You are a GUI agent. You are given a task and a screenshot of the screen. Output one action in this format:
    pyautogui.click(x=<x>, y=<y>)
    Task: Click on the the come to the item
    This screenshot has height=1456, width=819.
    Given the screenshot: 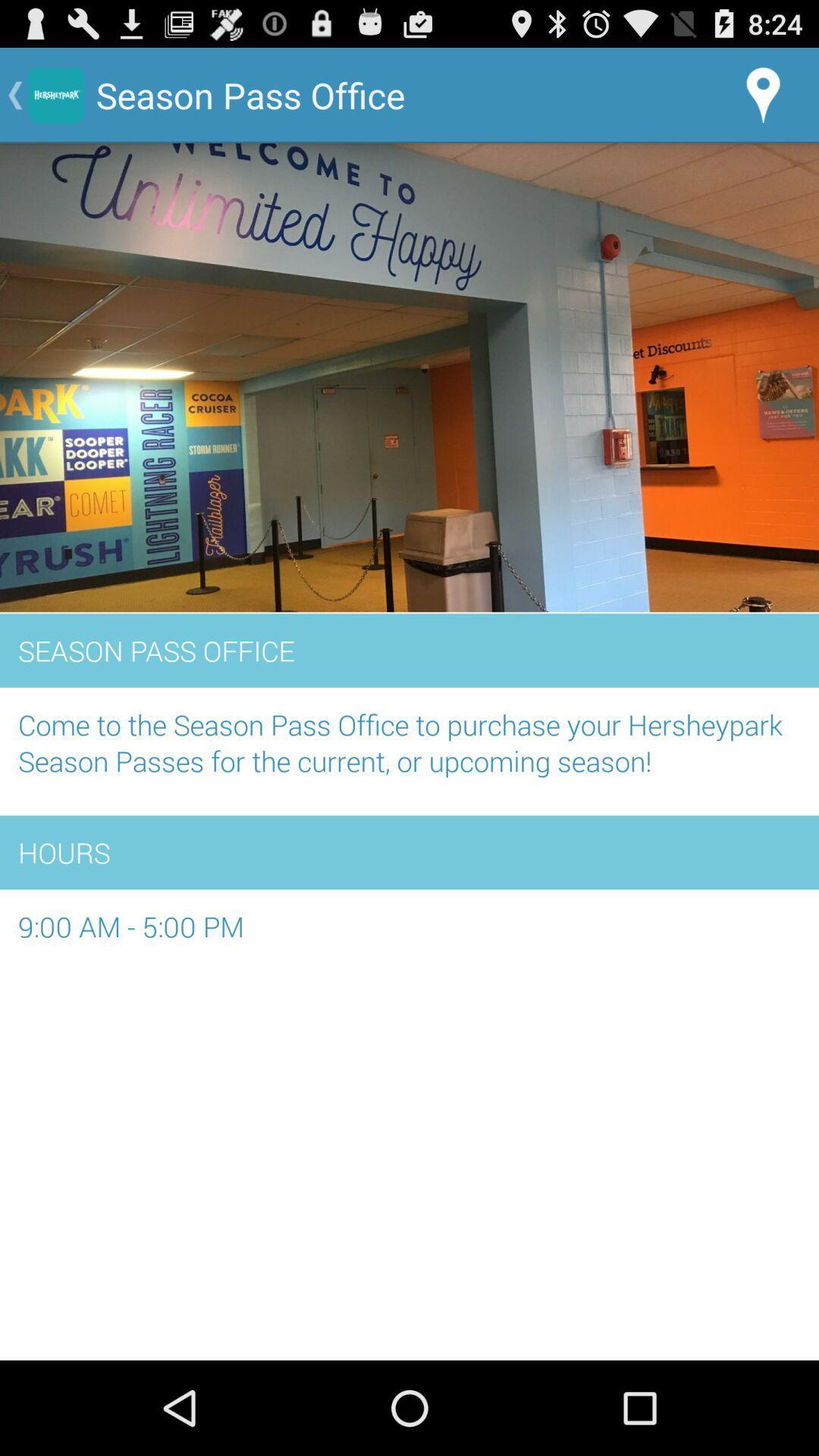 What is the action you would take?
    pyautogui.click(x=409, y=752)
    